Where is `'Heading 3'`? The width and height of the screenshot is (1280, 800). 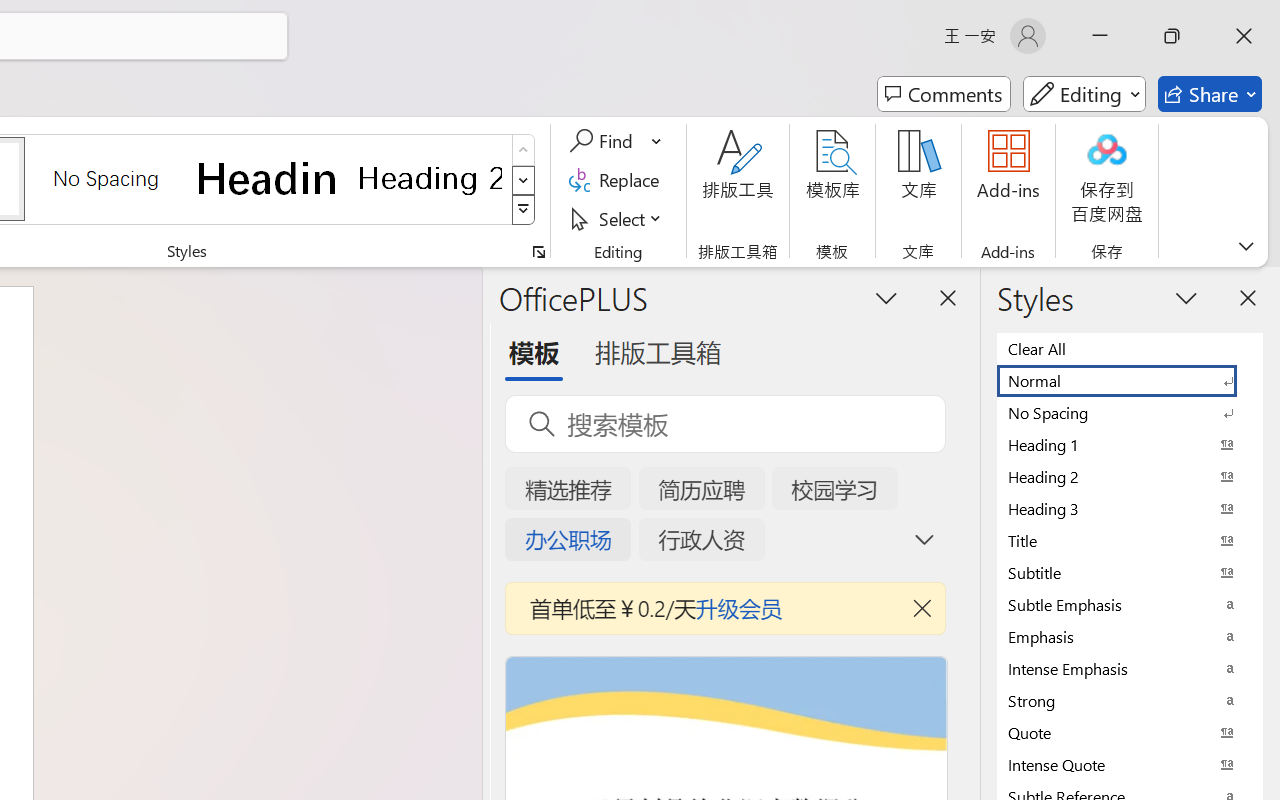 'Heading 3' is located at coordinates (1130, 507).